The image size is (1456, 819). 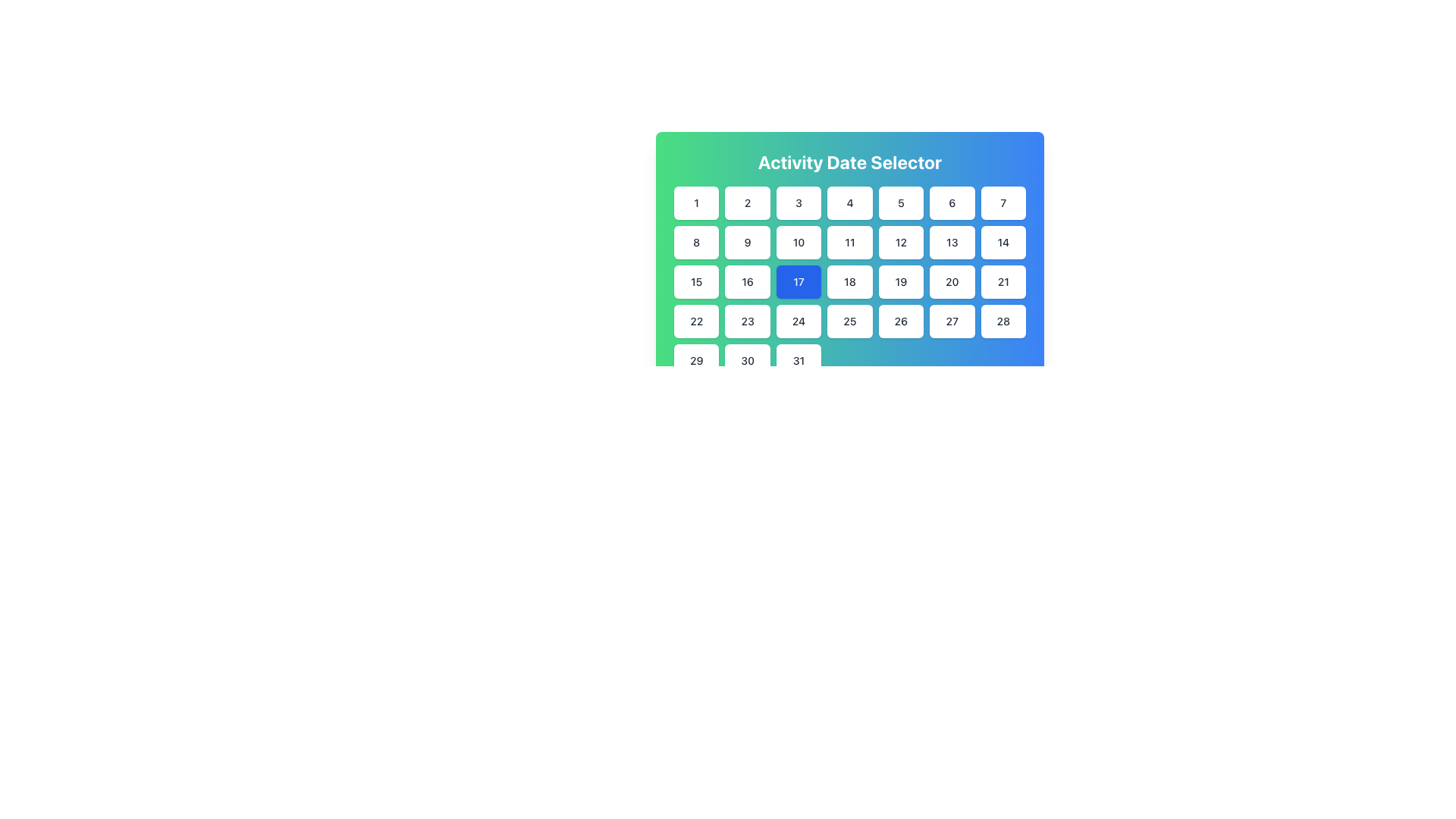 What do you see at coordinates (1003, 242) in the screenshot?
I see `the selectable date button '14' in the calendar interface` at bounding box center [1003, 242].